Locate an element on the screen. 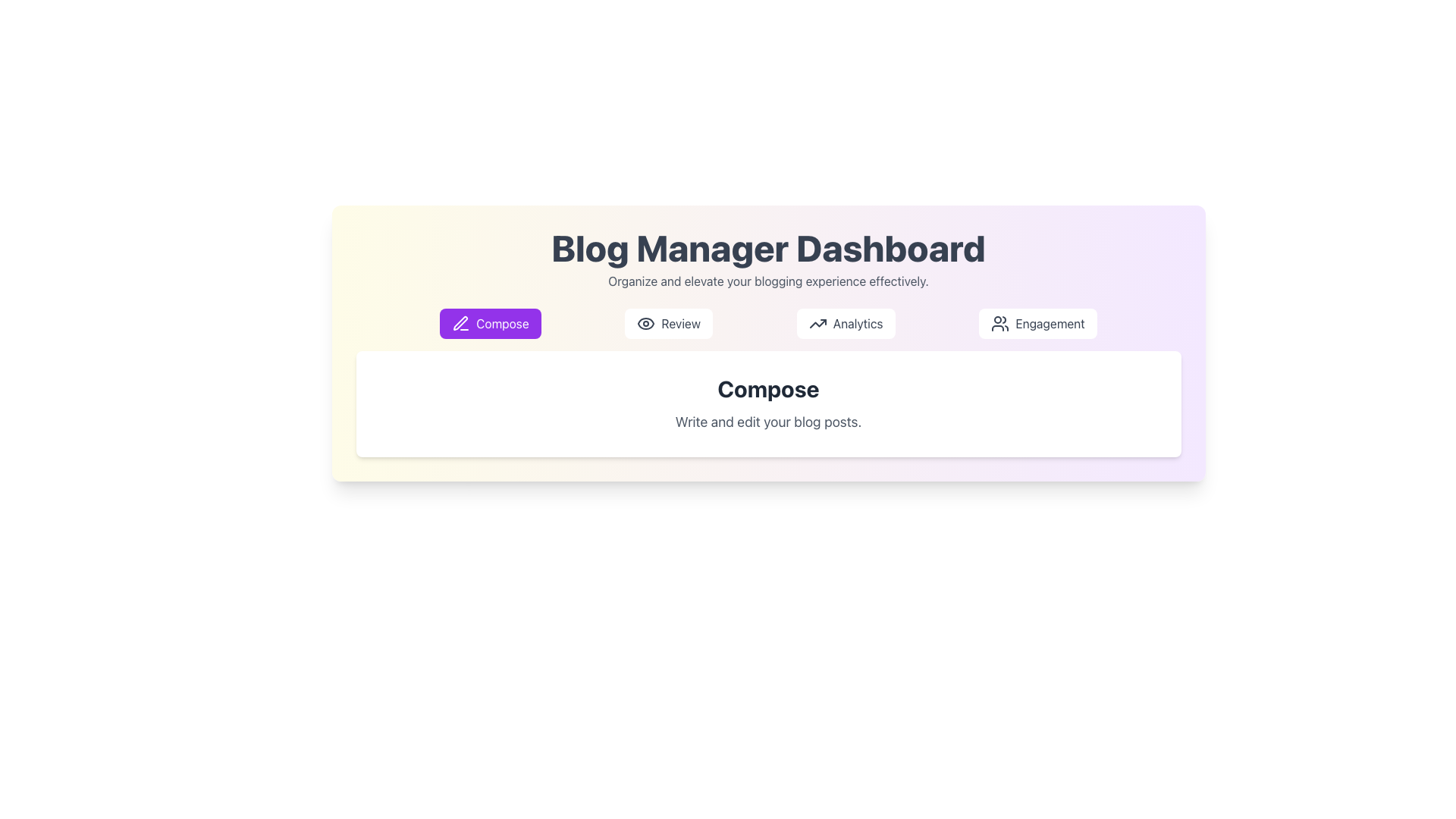 The width and height of the screenshot is (1456, 819). the 'Engagement' text label located on the far right of the navigation bar, which is styled in dark gray and associated with a button-like structure is located at coordinates (1050, 323).